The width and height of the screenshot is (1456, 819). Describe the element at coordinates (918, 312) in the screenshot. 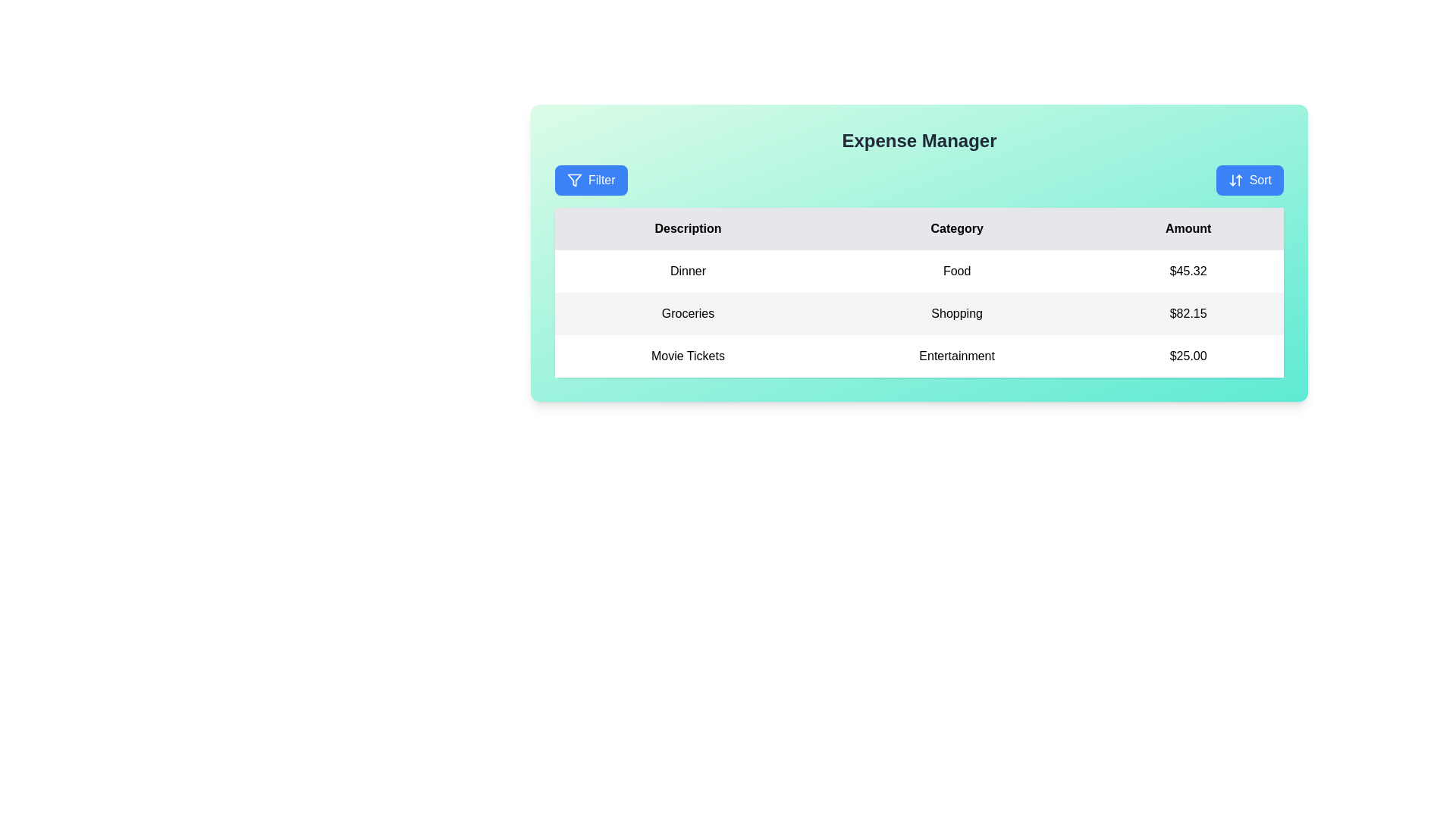

I see `values displayed in the second row of a table, which includes 'Groceries', 'Shopping', and '$82.15', distinguished by a light gray background` at that location.